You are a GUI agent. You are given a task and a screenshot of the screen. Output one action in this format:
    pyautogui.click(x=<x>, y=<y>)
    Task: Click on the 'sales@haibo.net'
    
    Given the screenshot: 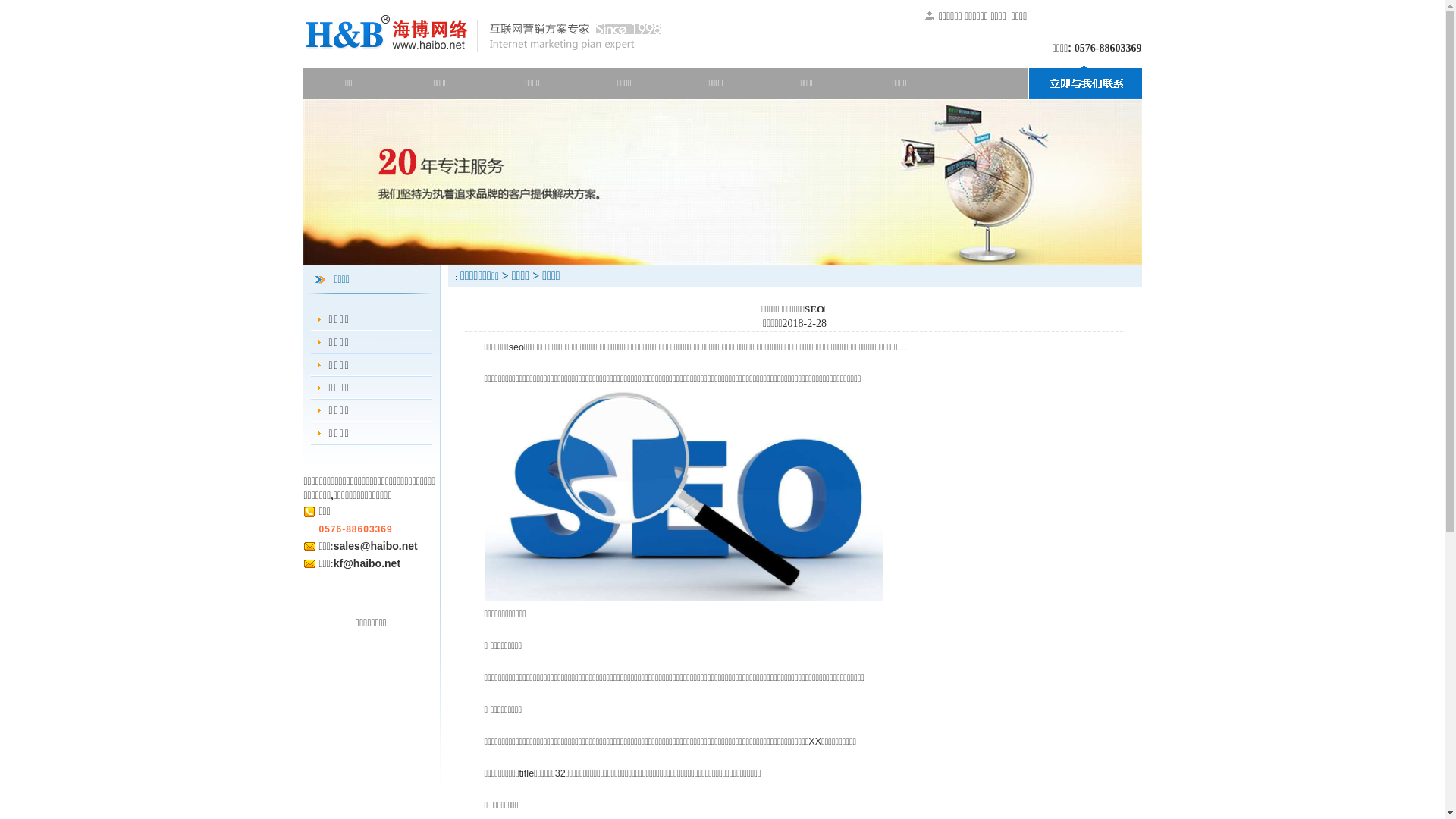 What is the action you would take?
    pyautogui.click(x=375, y=546)
    